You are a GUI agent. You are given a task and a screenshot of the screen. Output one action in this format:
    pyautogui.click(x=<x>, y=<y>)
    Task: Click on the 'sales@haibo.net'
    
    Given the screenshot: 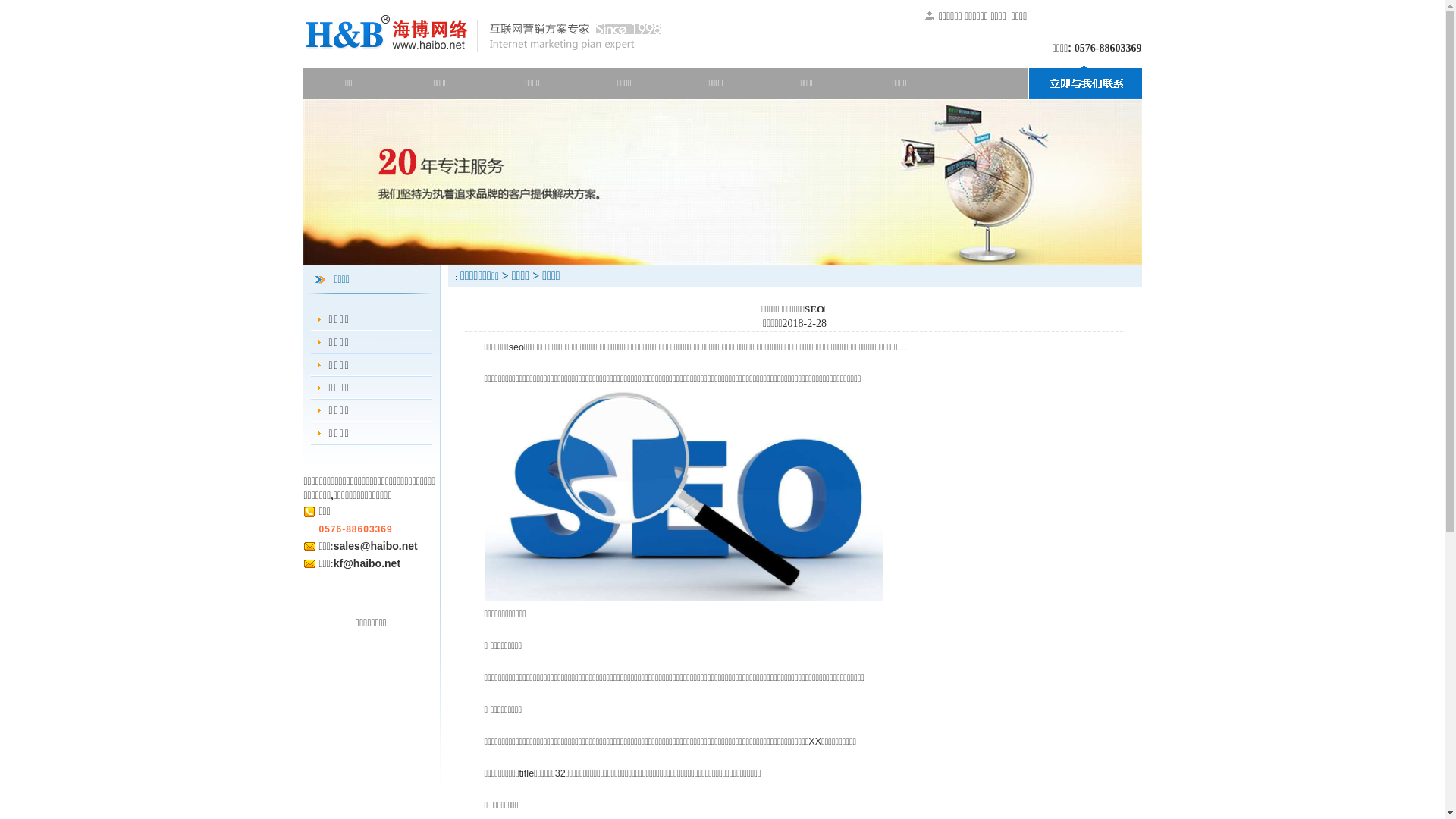 What is the action you would take?
    pyautogui.click(x=375, y=546)
    